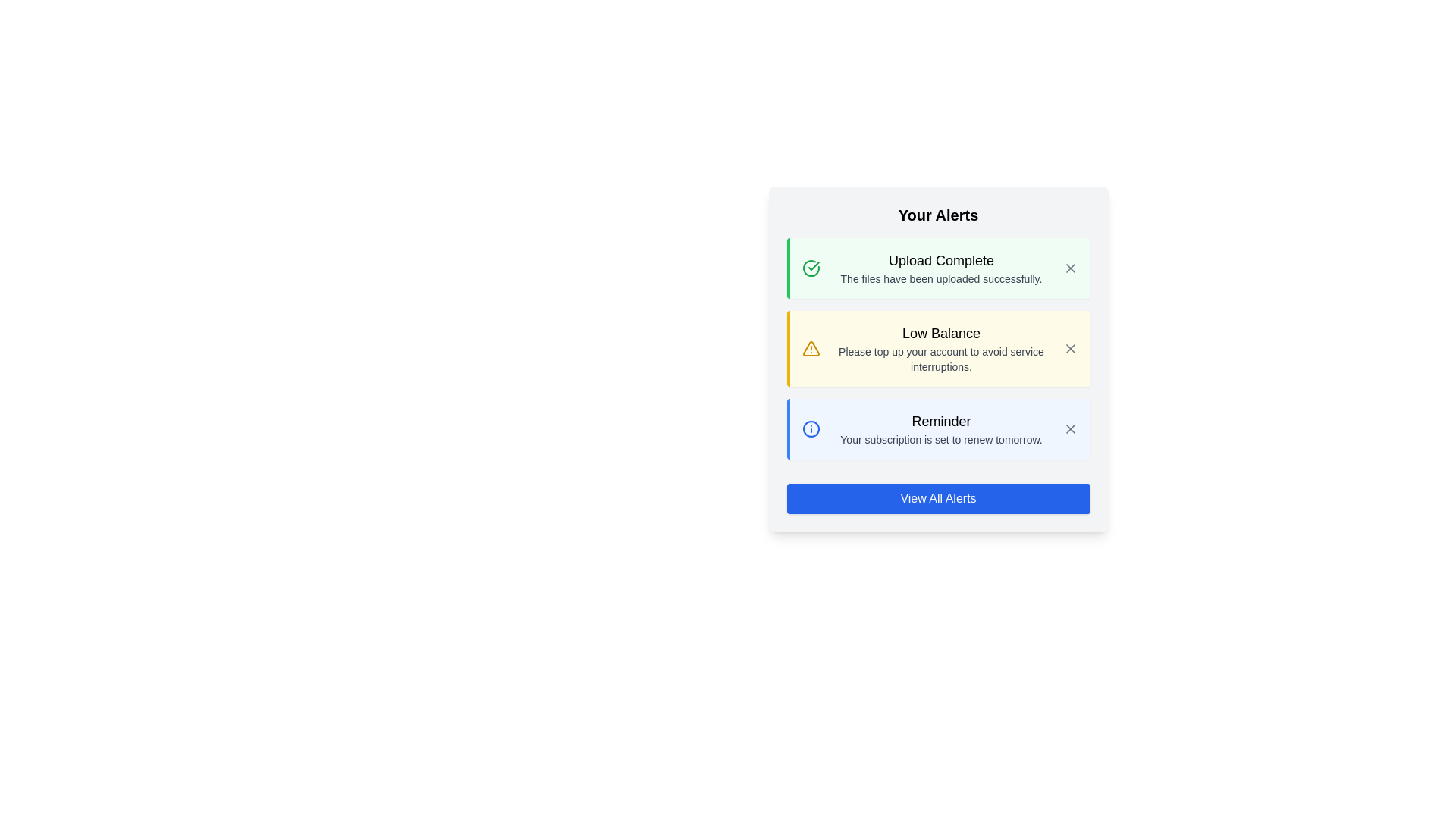 The image size is (1456, 819). What do you see at coordinates (1069, 268) in the screenshot?
I see `the interactive 'X' button to the right of the 'Upload Complete' notification to change its color, indicating interactivity` at bounding box center [1069, 268].